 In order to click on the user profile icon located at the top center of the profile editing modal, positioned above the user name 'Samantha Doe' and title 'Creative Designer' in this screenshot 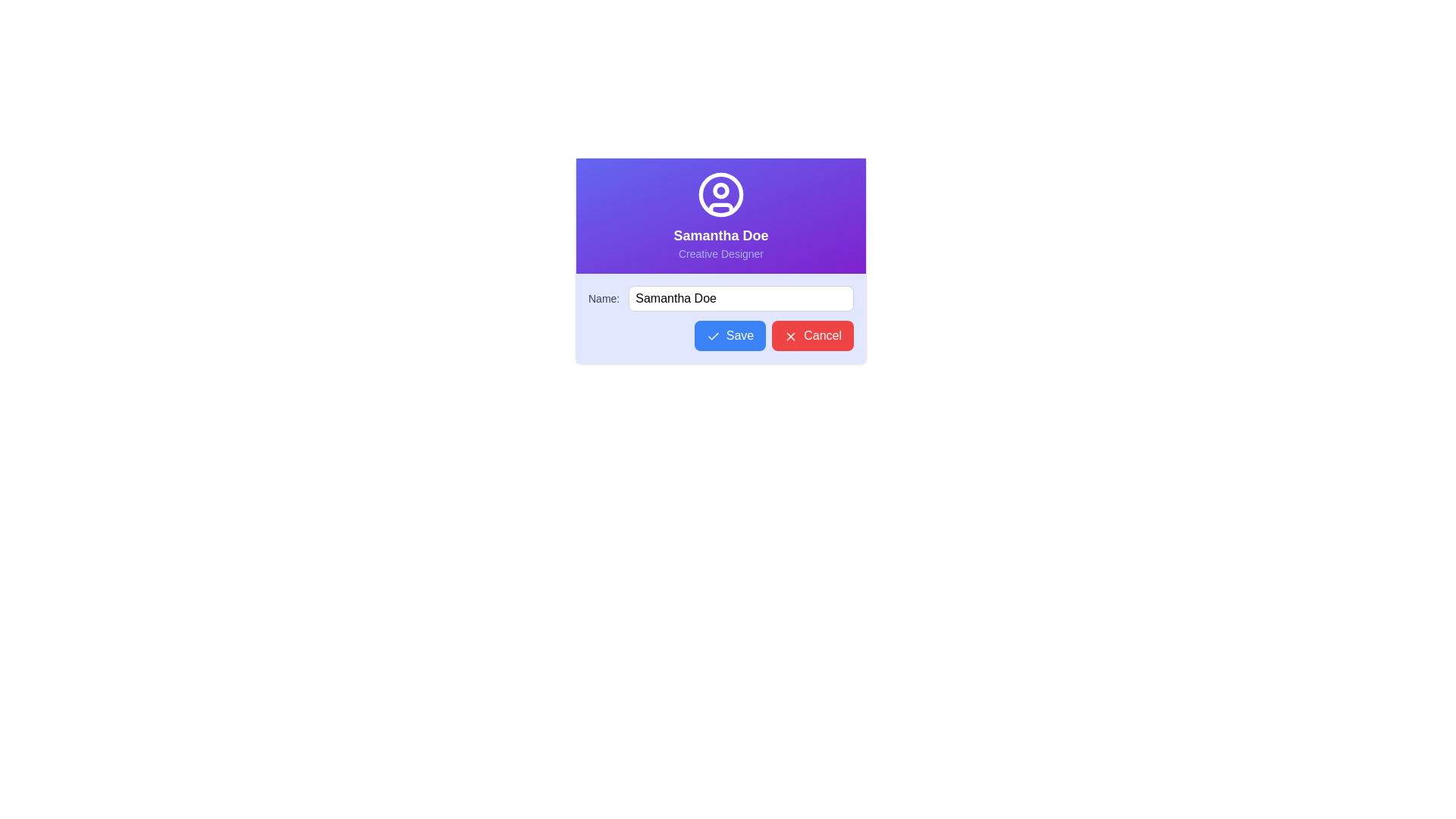, I will do `click(720, 194)`.